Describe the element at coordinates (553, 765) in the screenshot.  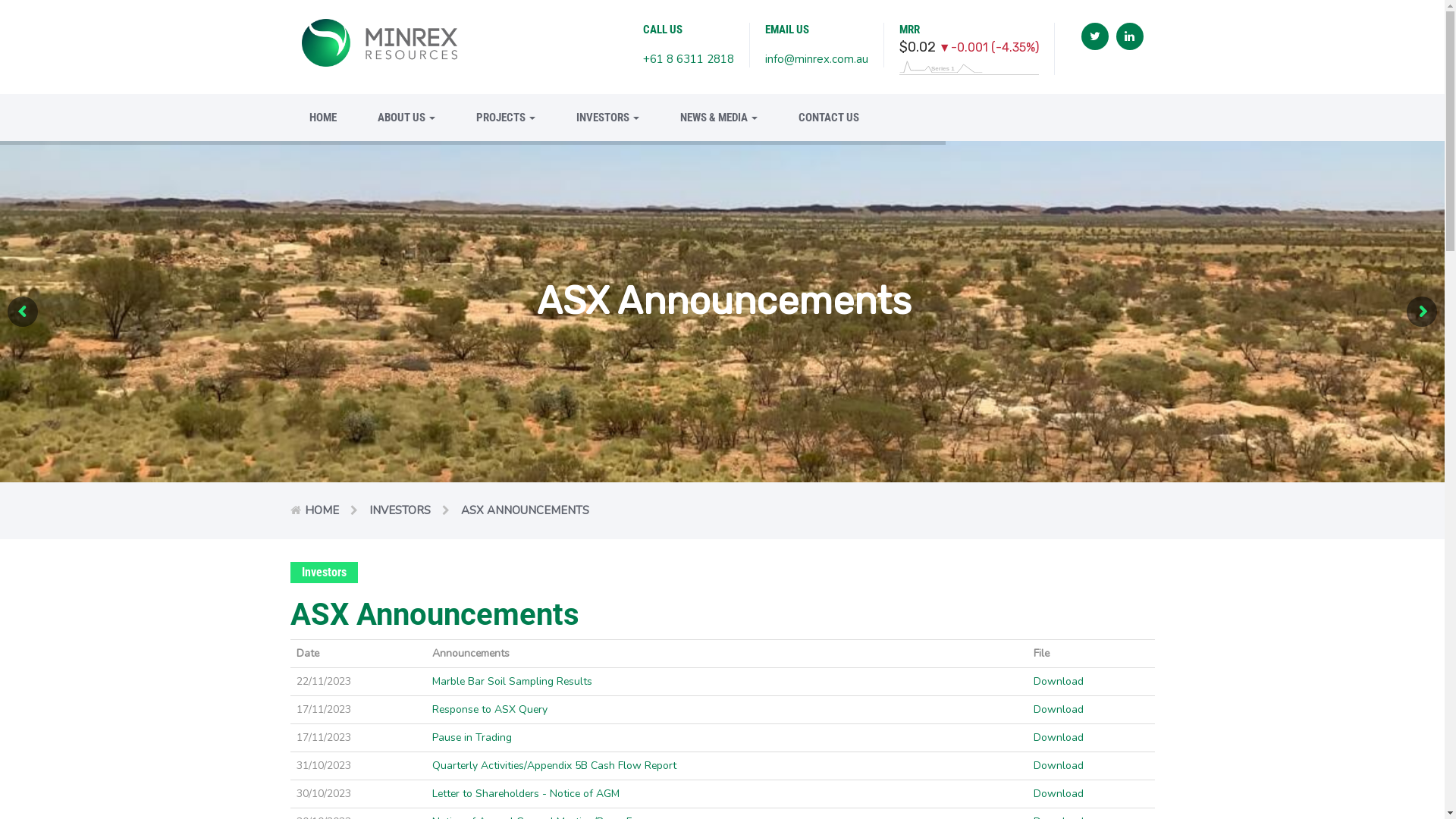
I see `'Quarterly Activities/Appendix 5B Cash Flow Report'` at that location.